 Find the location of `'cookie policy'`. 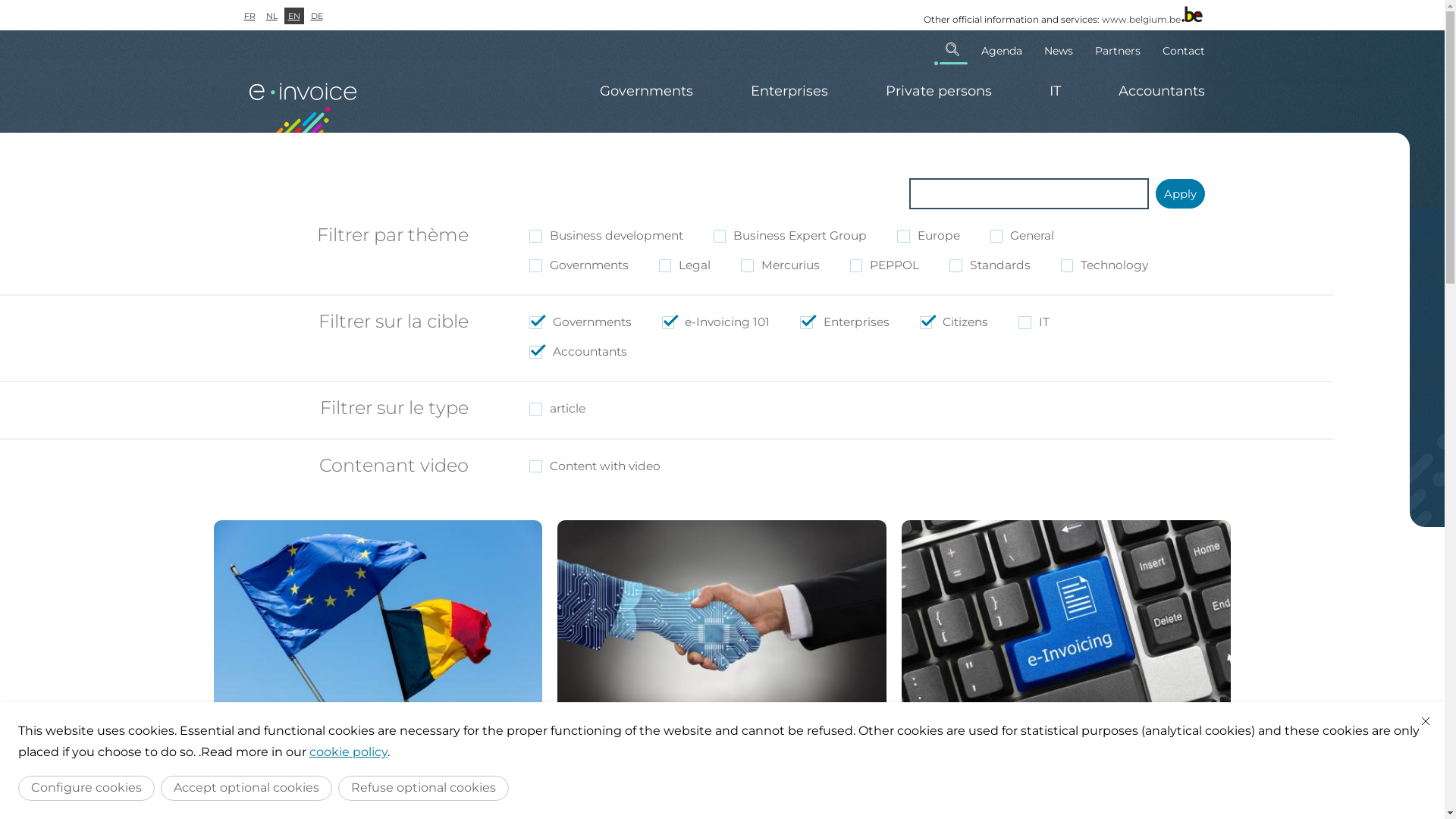

'cookie policy' is located at coordinates (309, 752).